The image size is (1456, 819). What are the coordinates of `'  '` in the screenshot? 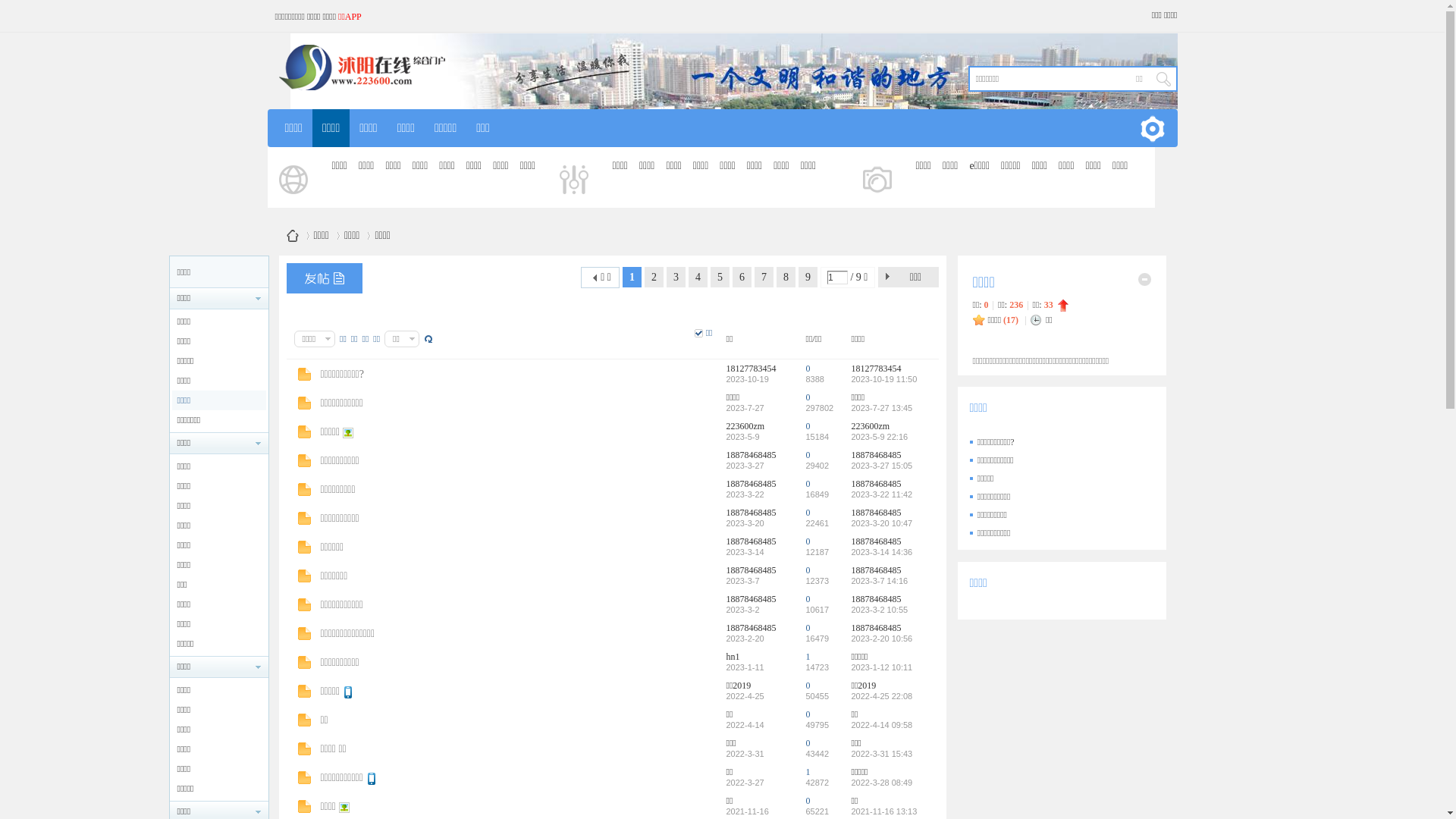 It's located at (1163, 79).